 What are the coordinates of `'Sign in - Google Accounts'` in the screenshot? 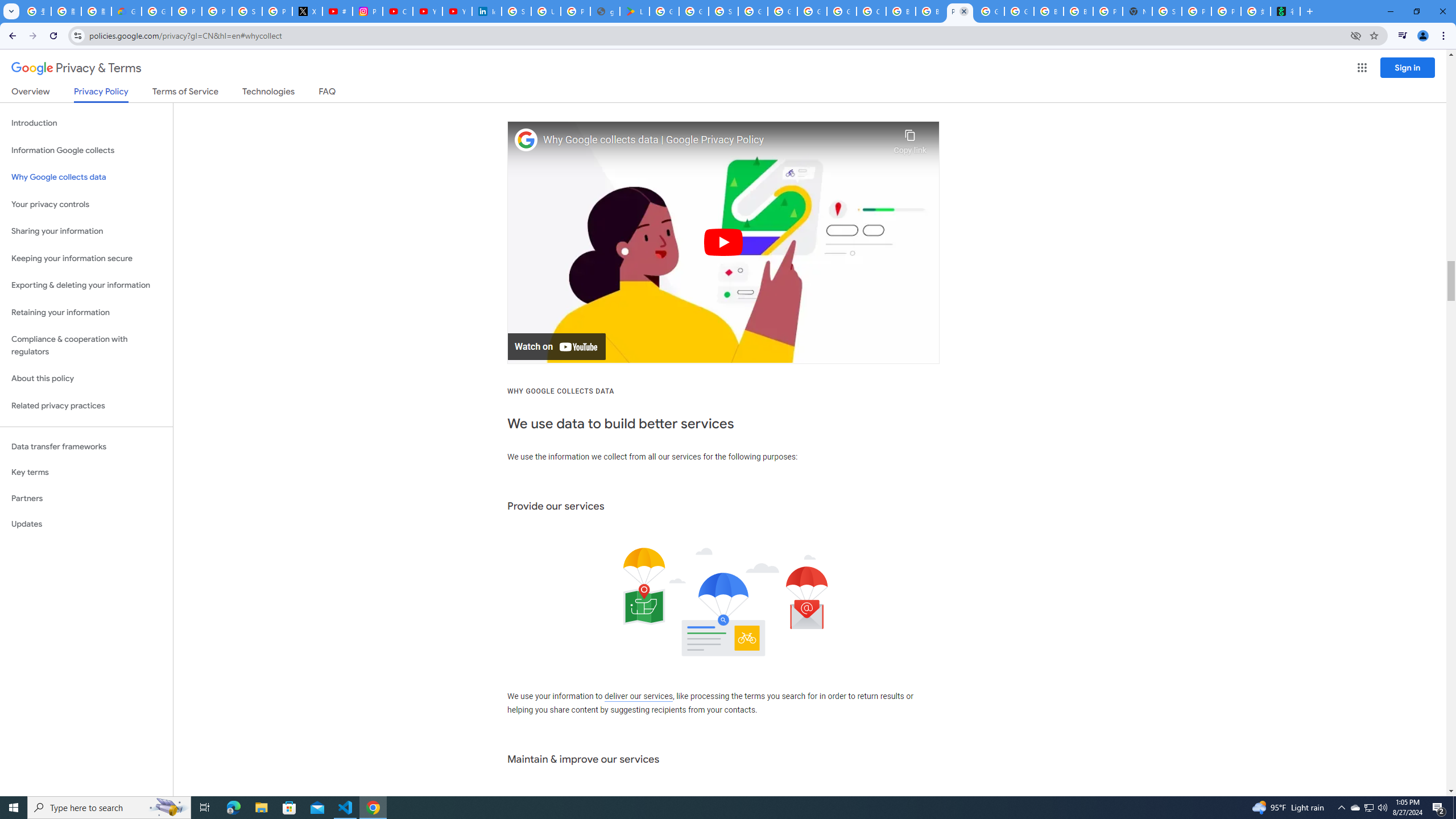 It's located at (247, 11).